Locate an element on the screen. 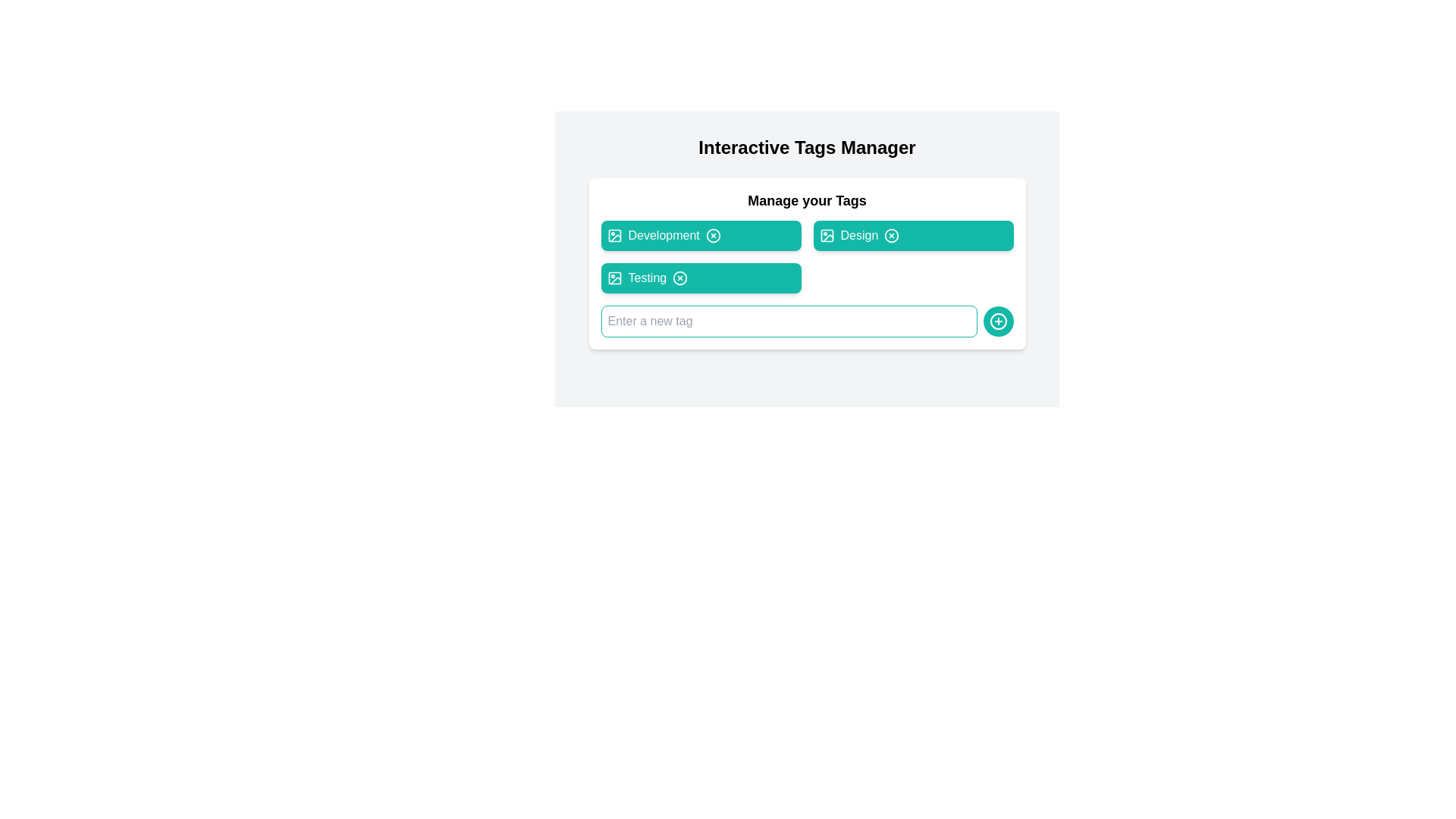 This screenshot has height=819, width=1456. the circular graphic component (SVG) representing the delete functionality of the 'Development' tag, which is visually centered within the icon adjacent to the tag label is located at coordinates (712, 236).